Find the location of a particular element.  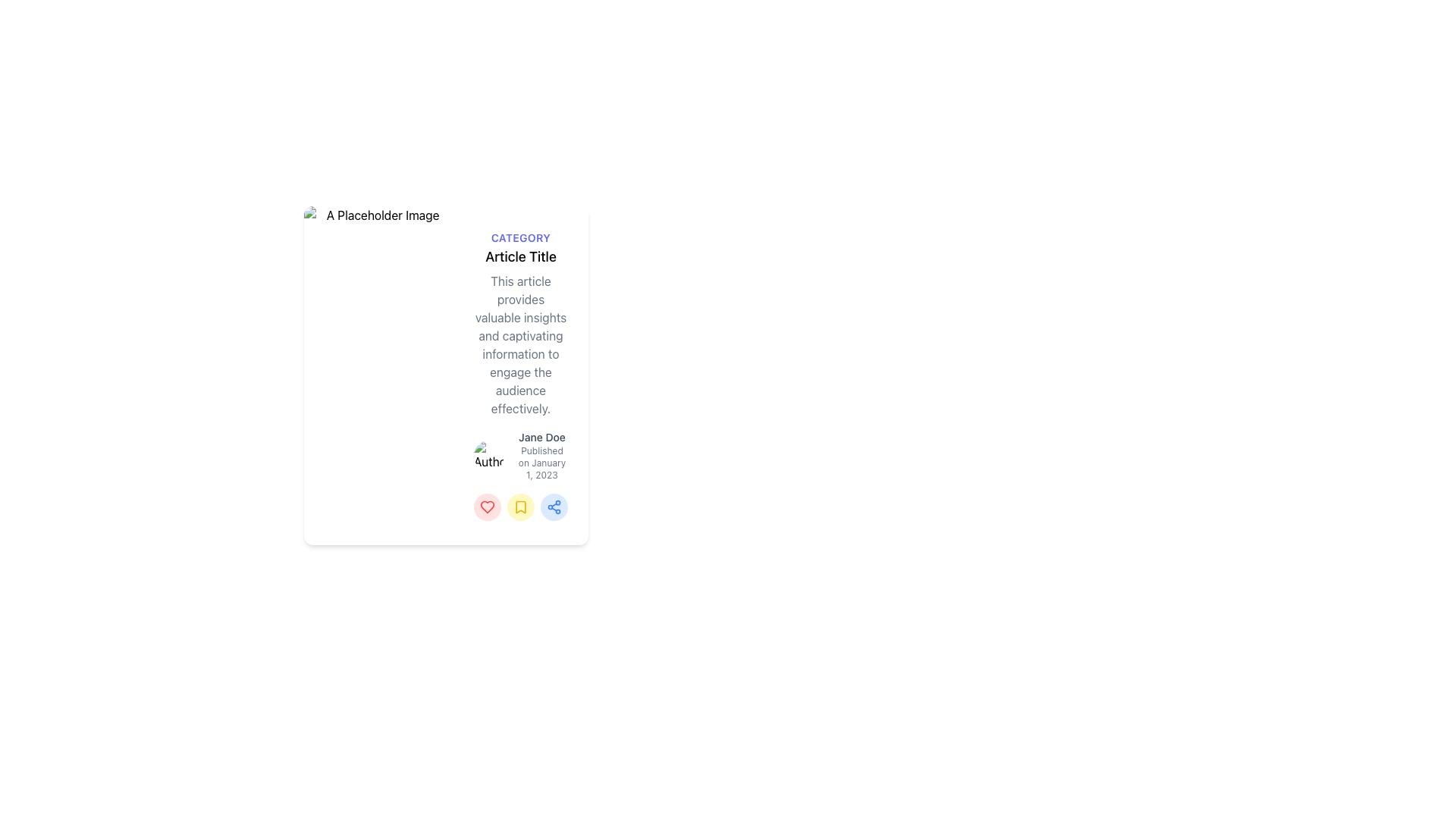

the text label that presents the author's name, located in the bottom-left section of the panel below the author icon and above the text 'Published on January 1, 2023' is located at coordinates (542, 437).